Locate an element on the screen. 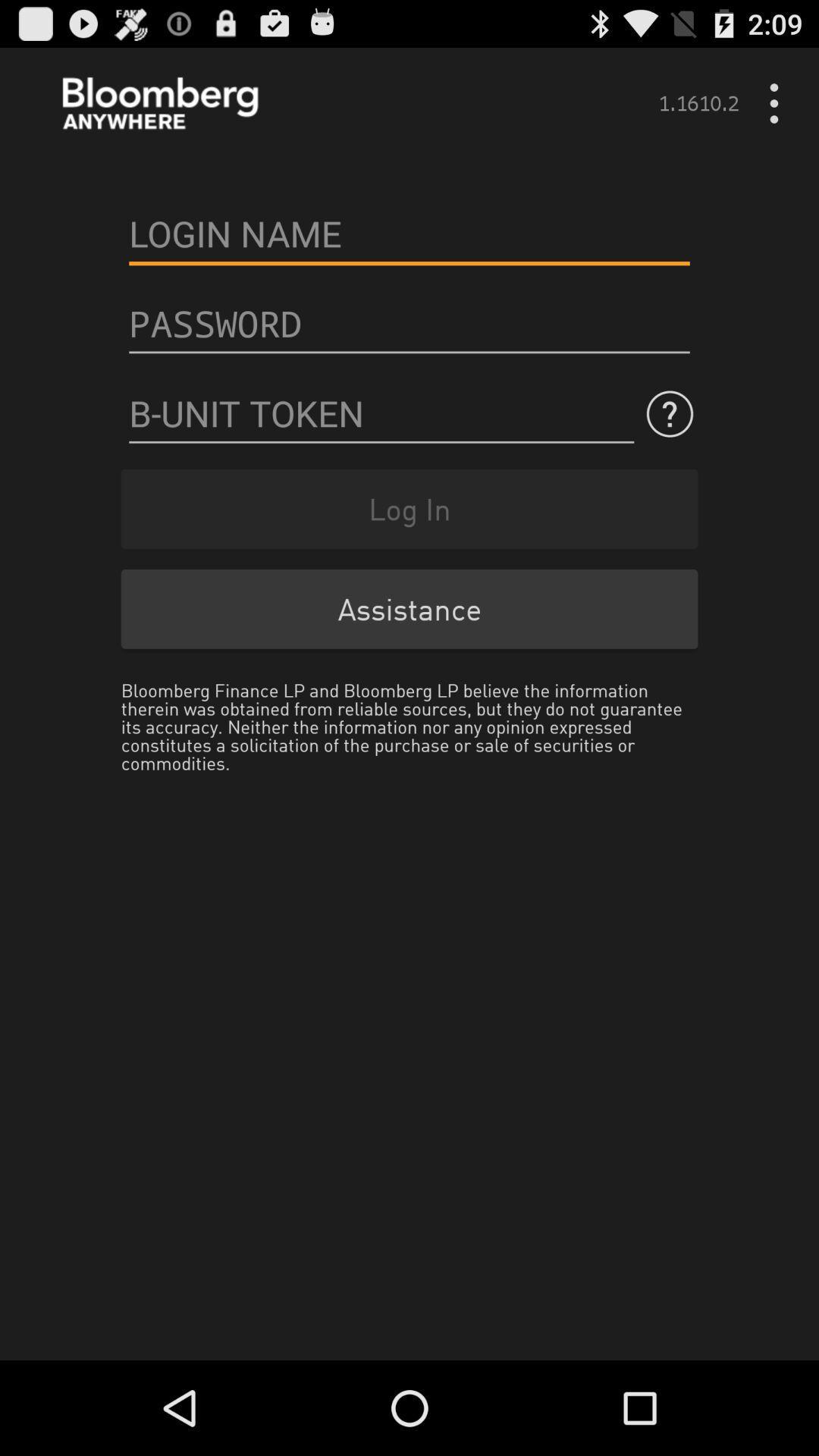 This screenshot has width=819, height=1456. username is located at coordinates (409, 233).